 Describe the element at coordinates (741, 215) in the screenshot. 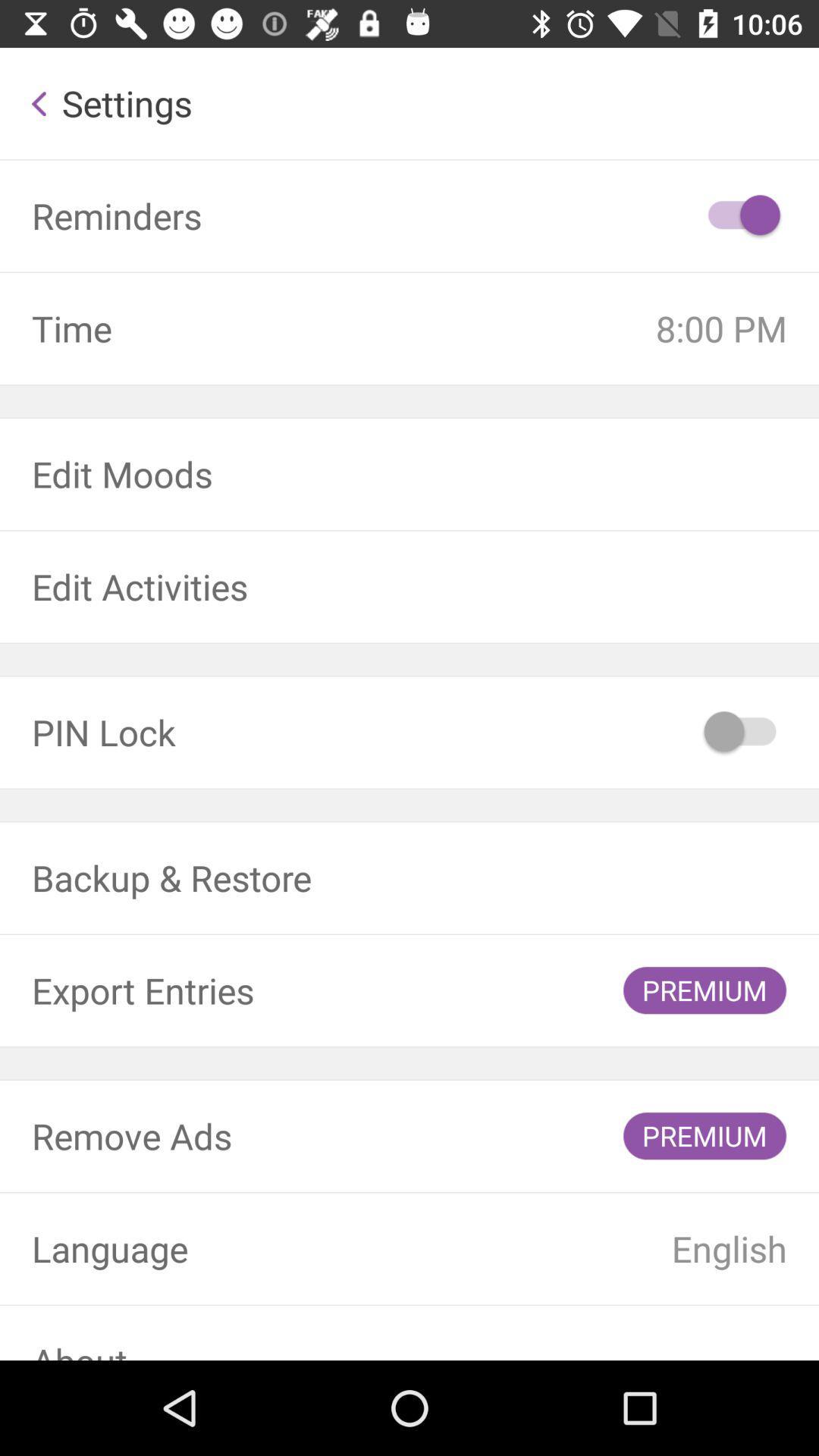

I see `reminder option` at that location.